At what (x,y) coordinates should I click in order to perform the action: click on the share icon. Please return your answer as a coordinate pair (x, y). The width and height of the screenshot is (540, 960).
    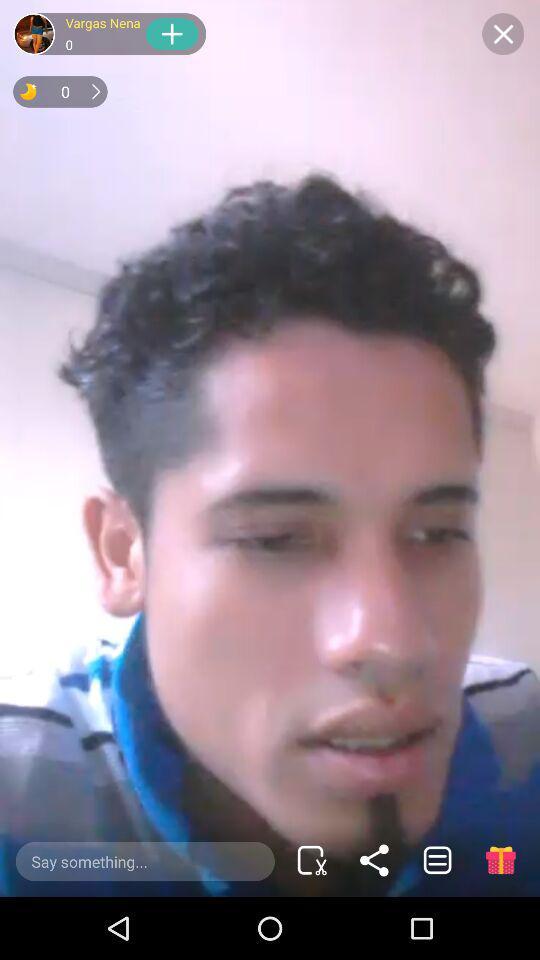
    Looking at the image, I should click on (374, 859).